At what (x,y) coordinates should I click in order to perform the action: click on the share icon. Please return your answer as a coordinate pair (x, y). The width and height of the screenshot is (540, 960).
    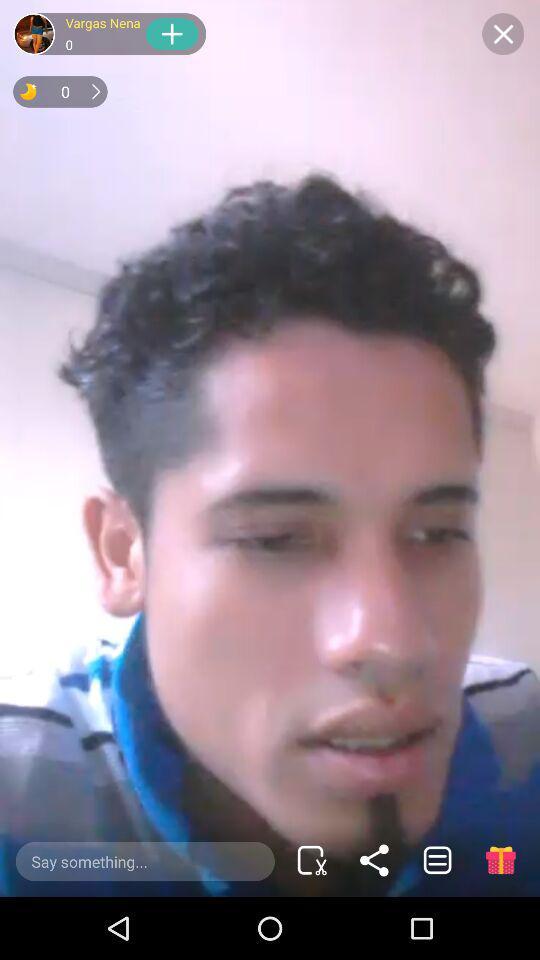
    Looking at the image, I should click on (374, 859).